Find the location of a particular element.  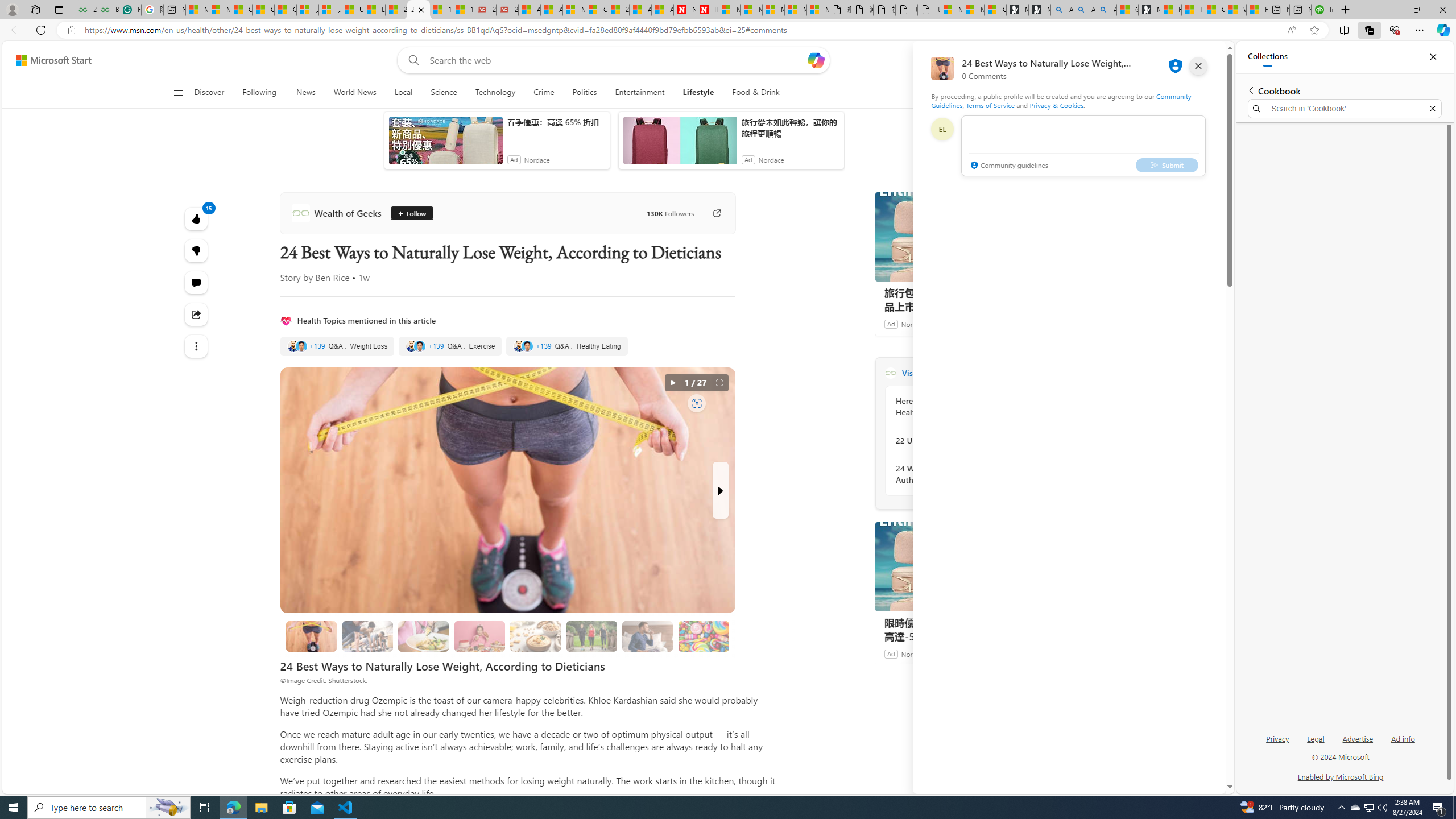

'CNN - MSN' is located at coordinates (1214, 9).